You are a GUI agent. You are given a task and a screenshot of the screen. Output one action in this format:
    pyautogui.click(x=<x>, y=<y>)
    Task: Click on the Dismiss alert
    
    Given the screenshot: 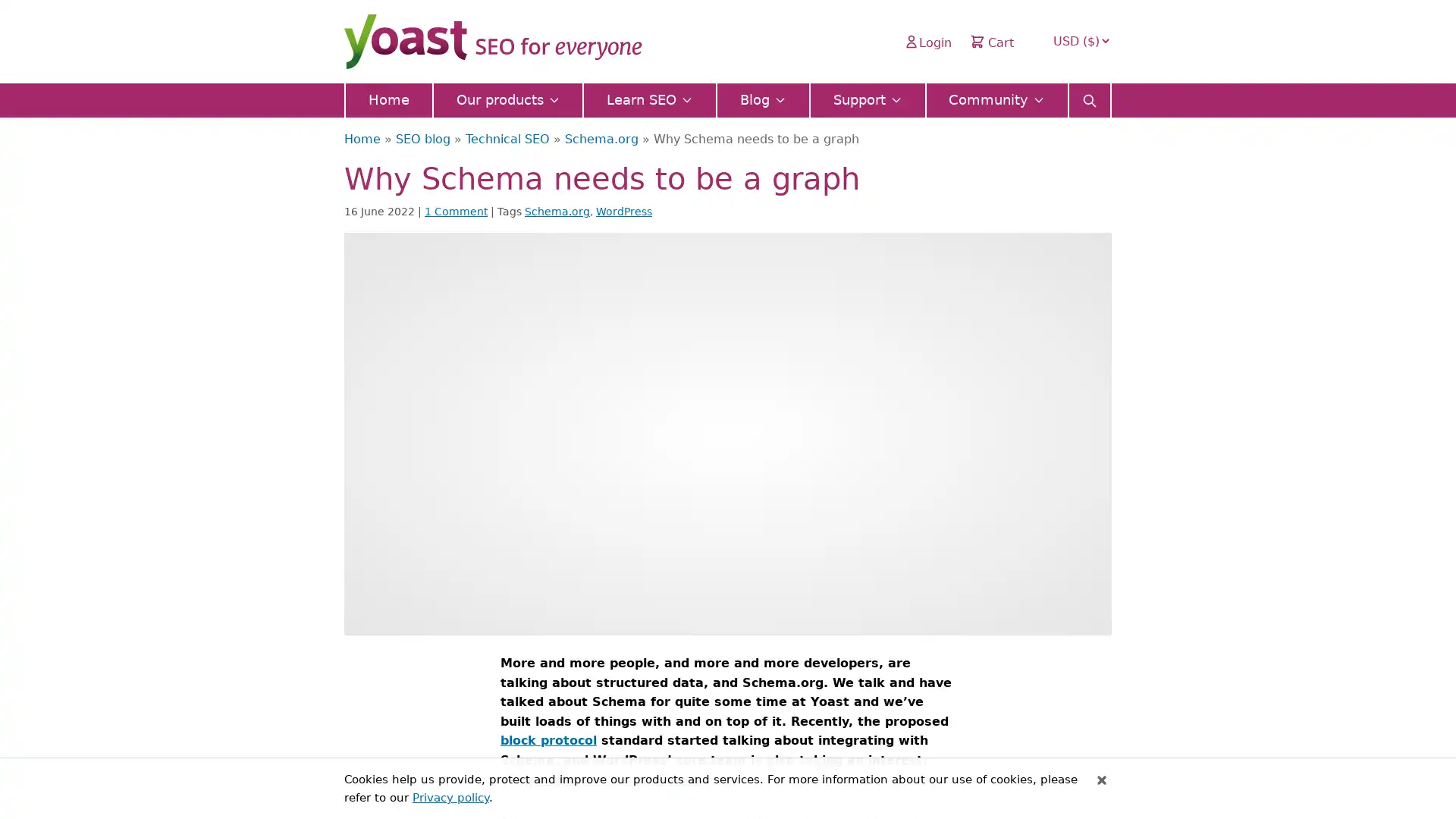 What is the action you would take?
    pyautogui.click(x=1102, y=780)
    